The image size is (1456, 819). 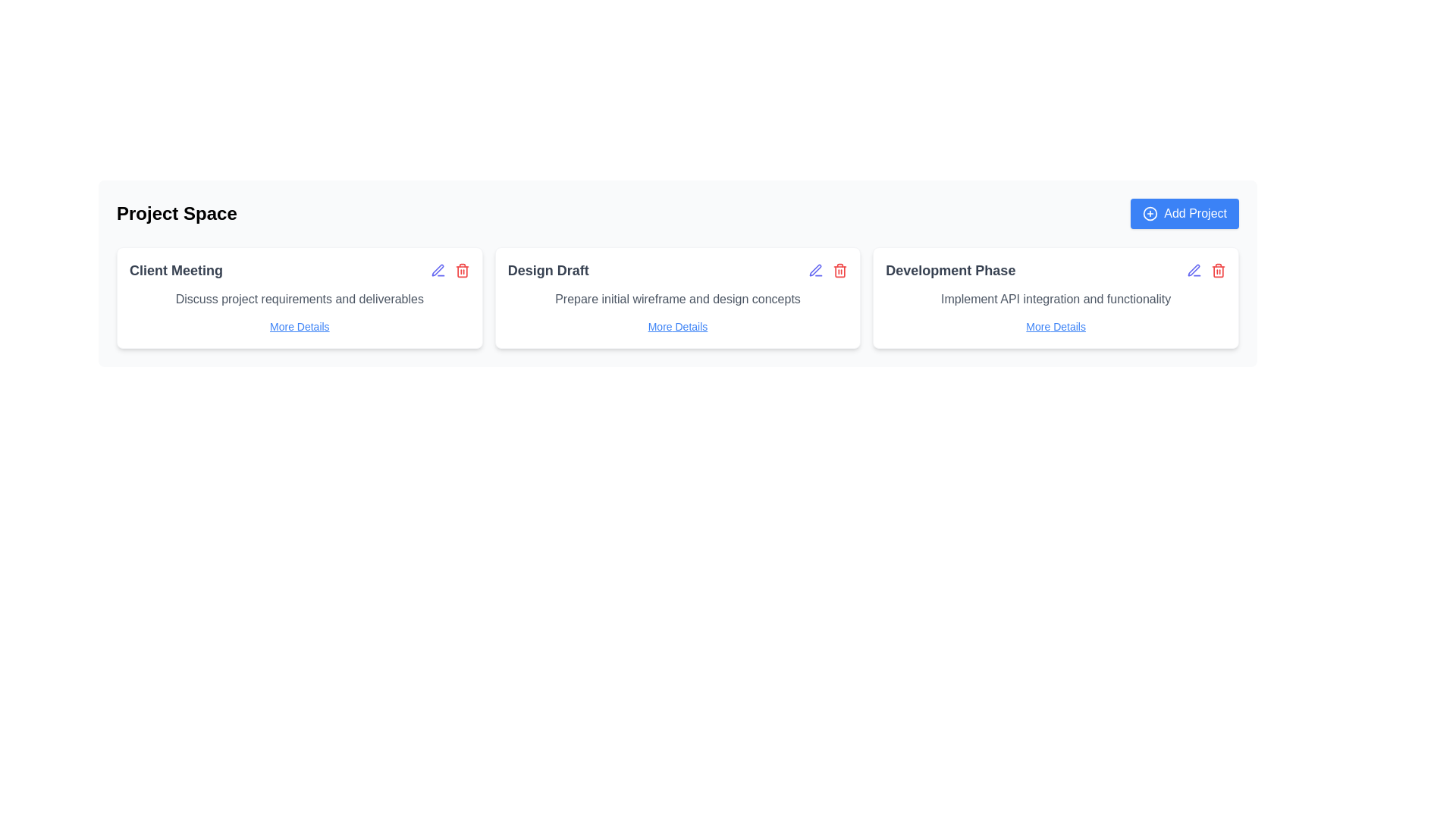 What do you see at coordinates (814, 269) in the screenshot?
I see `the edit pen icon located in the top right corner of the 'Design Draft' card` at bounding box center [814, 269].